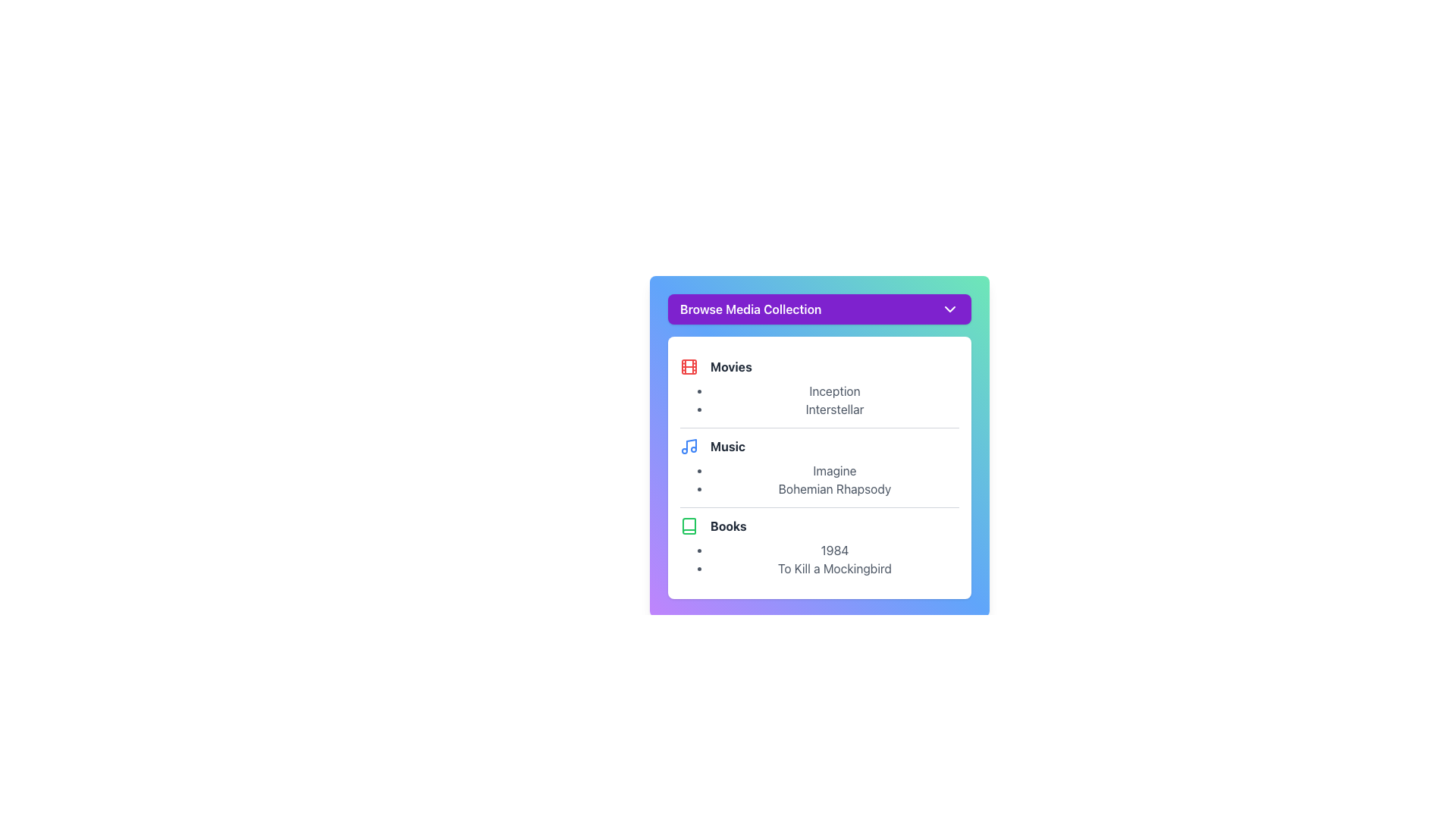  What do you see at coordinates (731, 366) in the screenshot?
I see `bold text label that reads 'Movies', which is prominently displayed in dark gray and is the first element in the 'Movies' category section` at bounding box center [731, 366].